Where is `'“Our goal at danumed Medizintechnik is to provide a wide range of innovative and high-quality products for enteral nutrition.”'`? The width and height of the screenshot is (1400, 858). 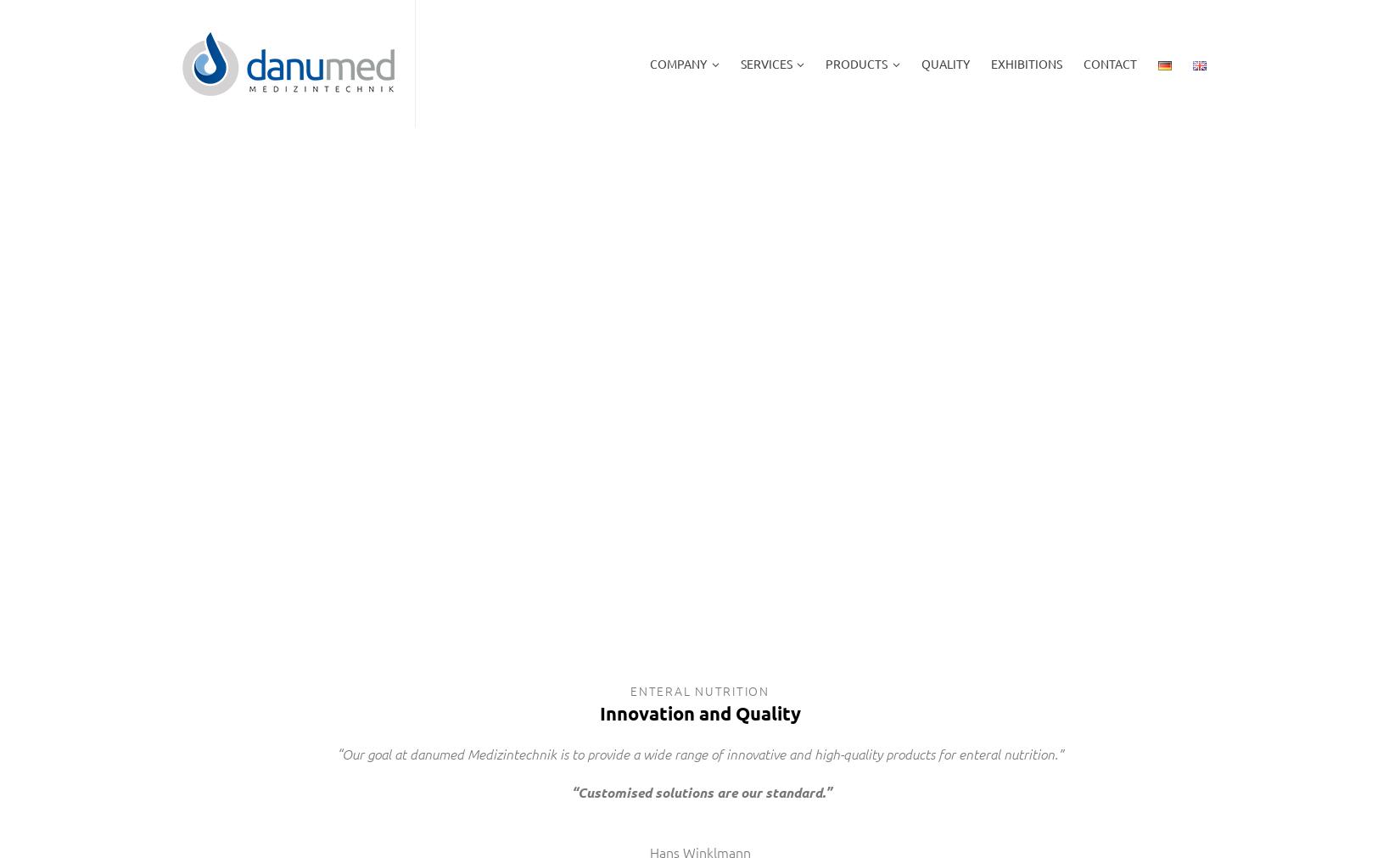
'“Our goal at danumed Medizintechnik is to provide a wide range of innovative and high-quality products for enteral nutrition.”' is located at coordinates (700, 752).